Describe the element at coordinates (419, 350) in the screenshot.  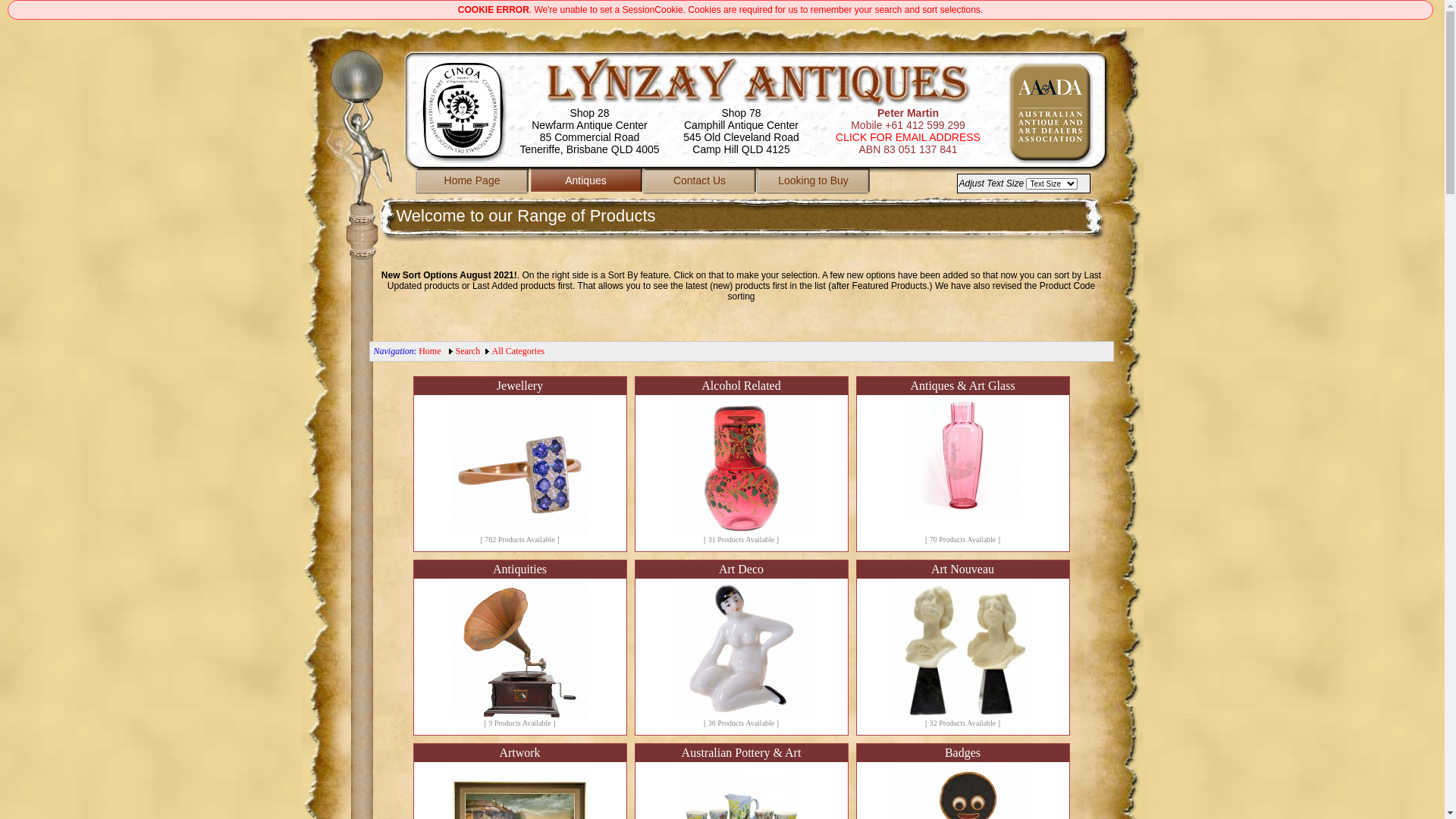
I see `'Home'` at that location.